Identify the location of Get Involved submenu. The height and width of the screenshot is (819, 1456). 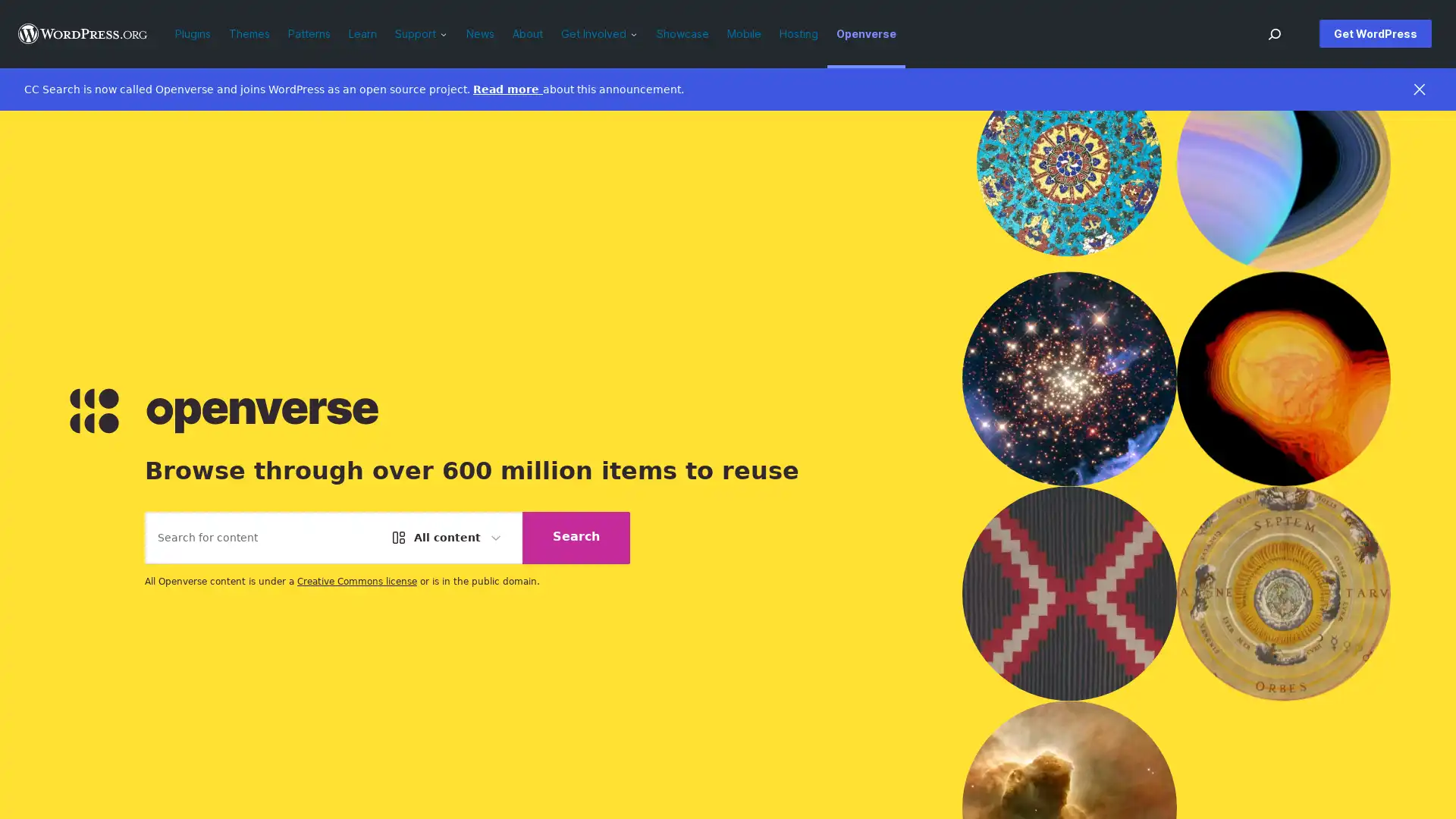
(638, 33).